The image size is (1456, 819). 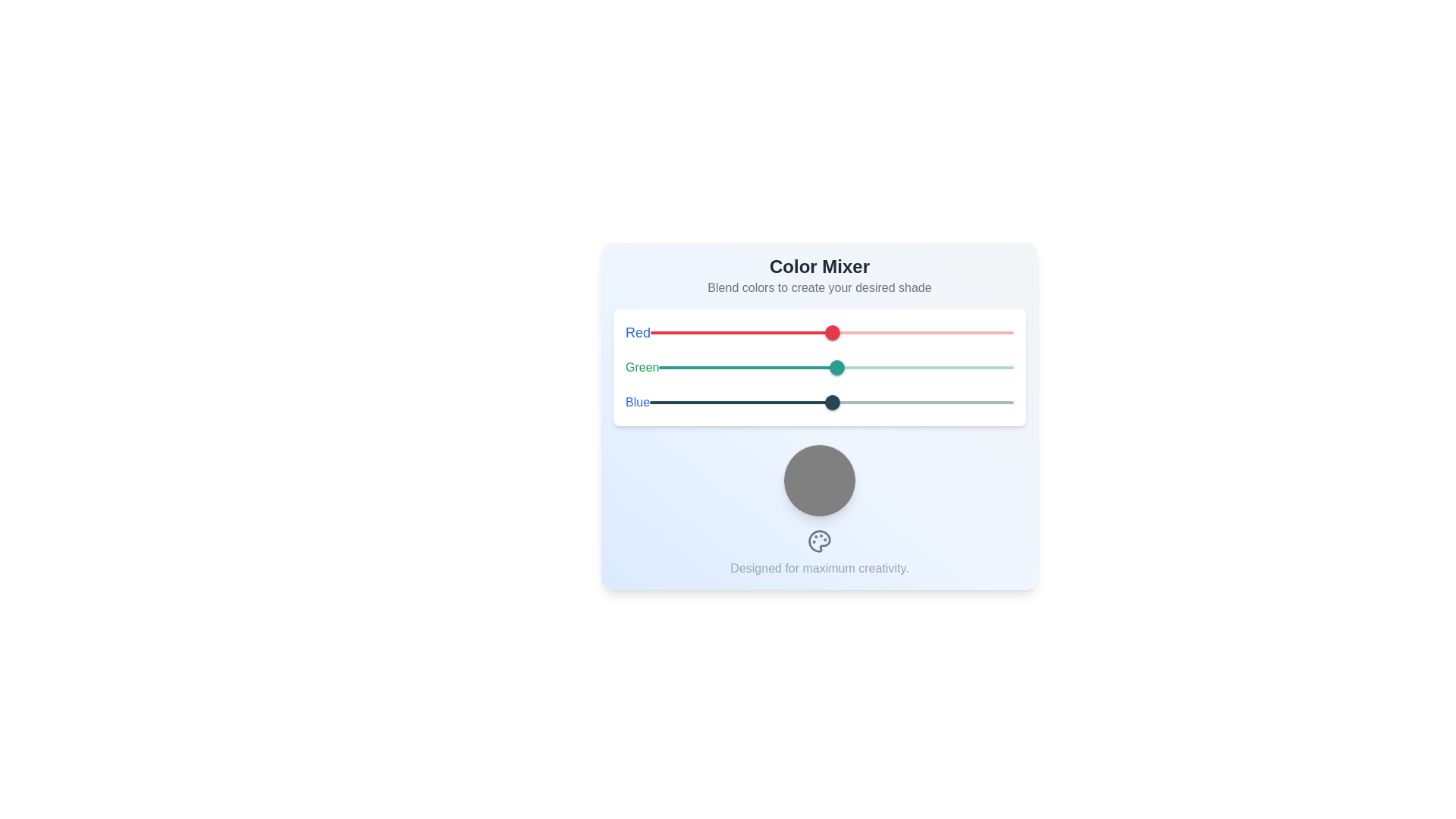 I want to click on the graphical representation circle located below the RGB sliders, so click(x=818, y=480).